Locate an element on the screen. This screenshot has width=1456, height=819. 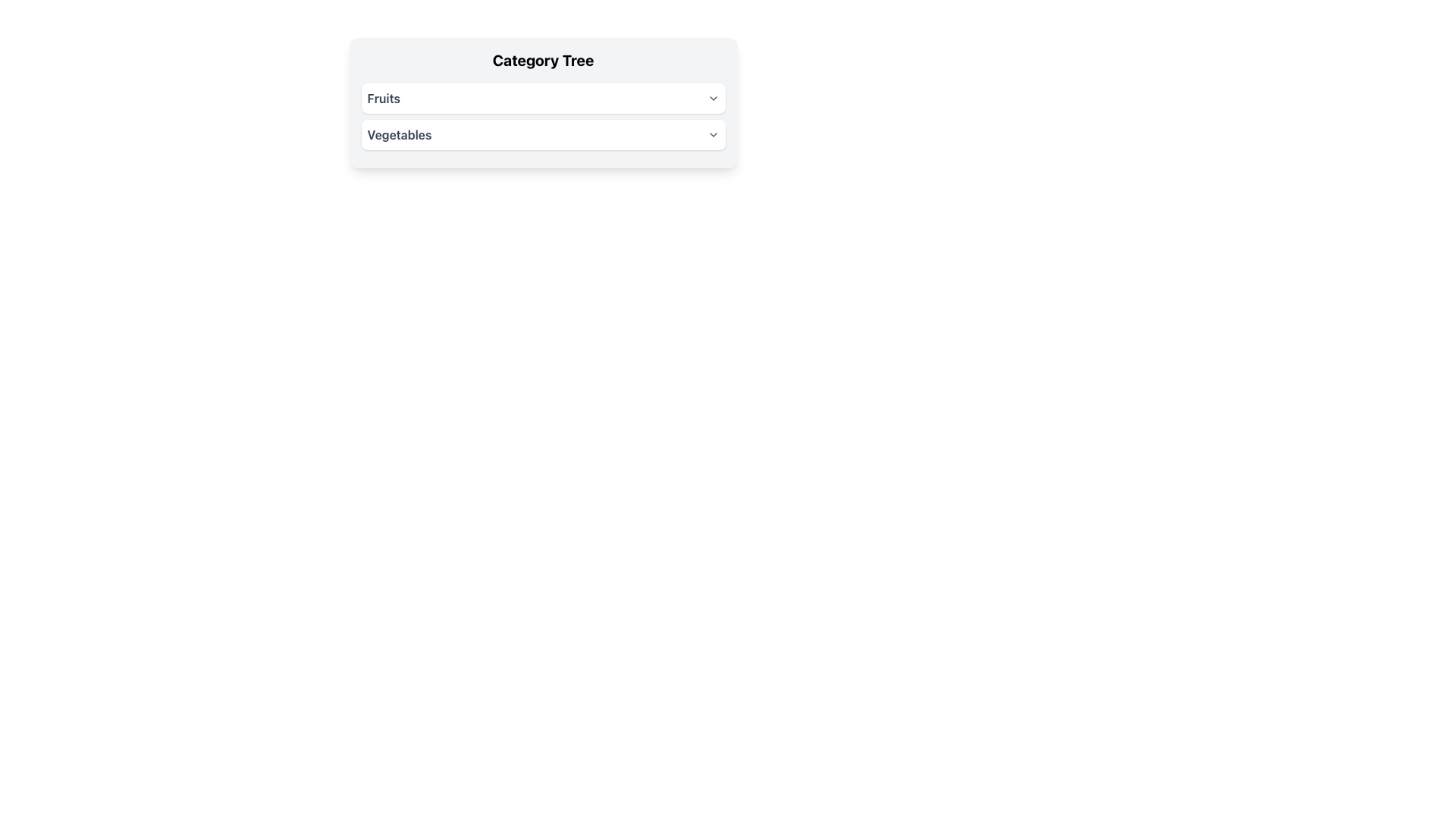
label text that describes the category of items, located within a selectable item in the list is located at coordinates (400, 133).